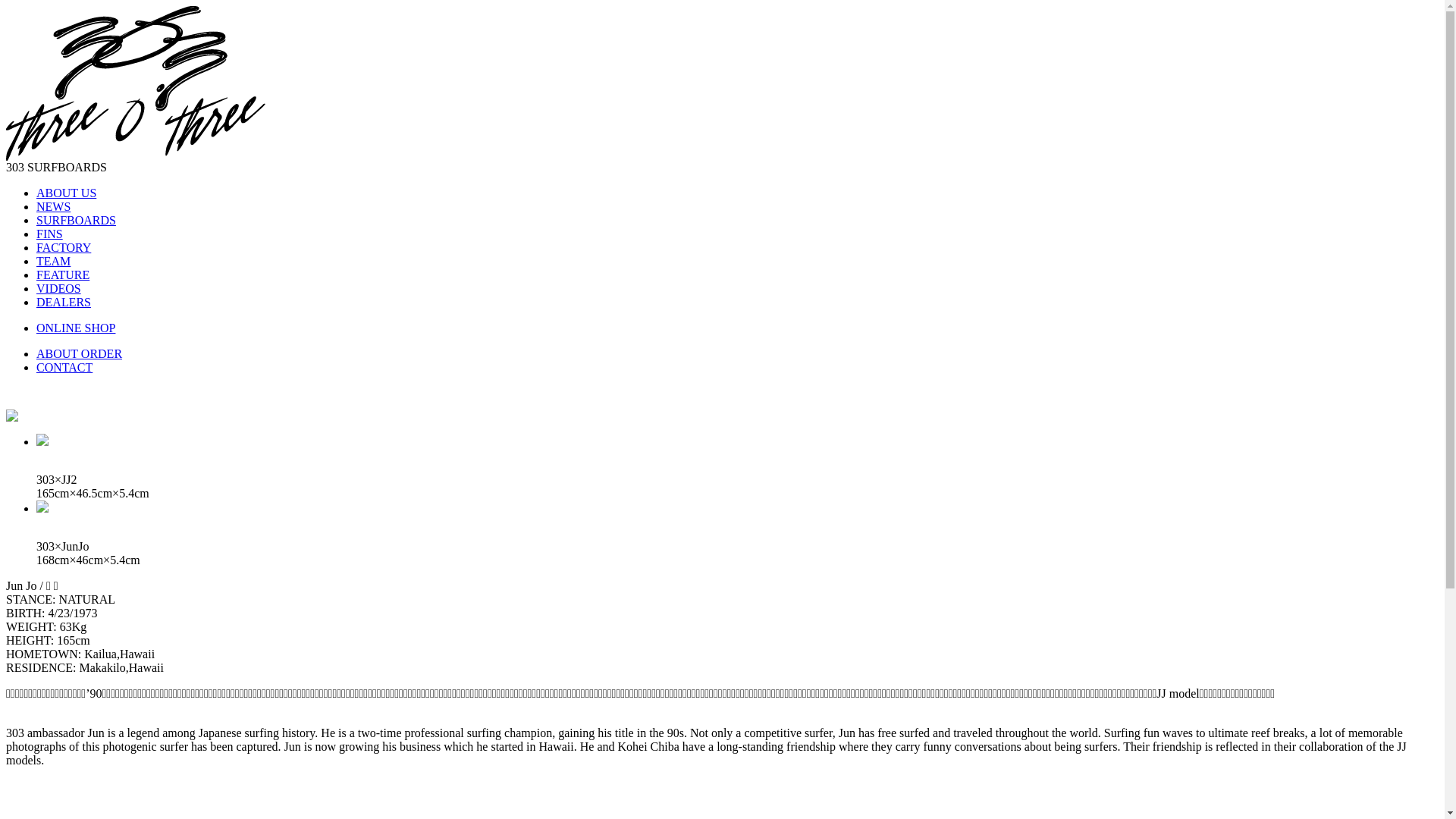  Describe the element at coordinates (36, 275) in the screenshot. I see `'FEATURE'` at that location.